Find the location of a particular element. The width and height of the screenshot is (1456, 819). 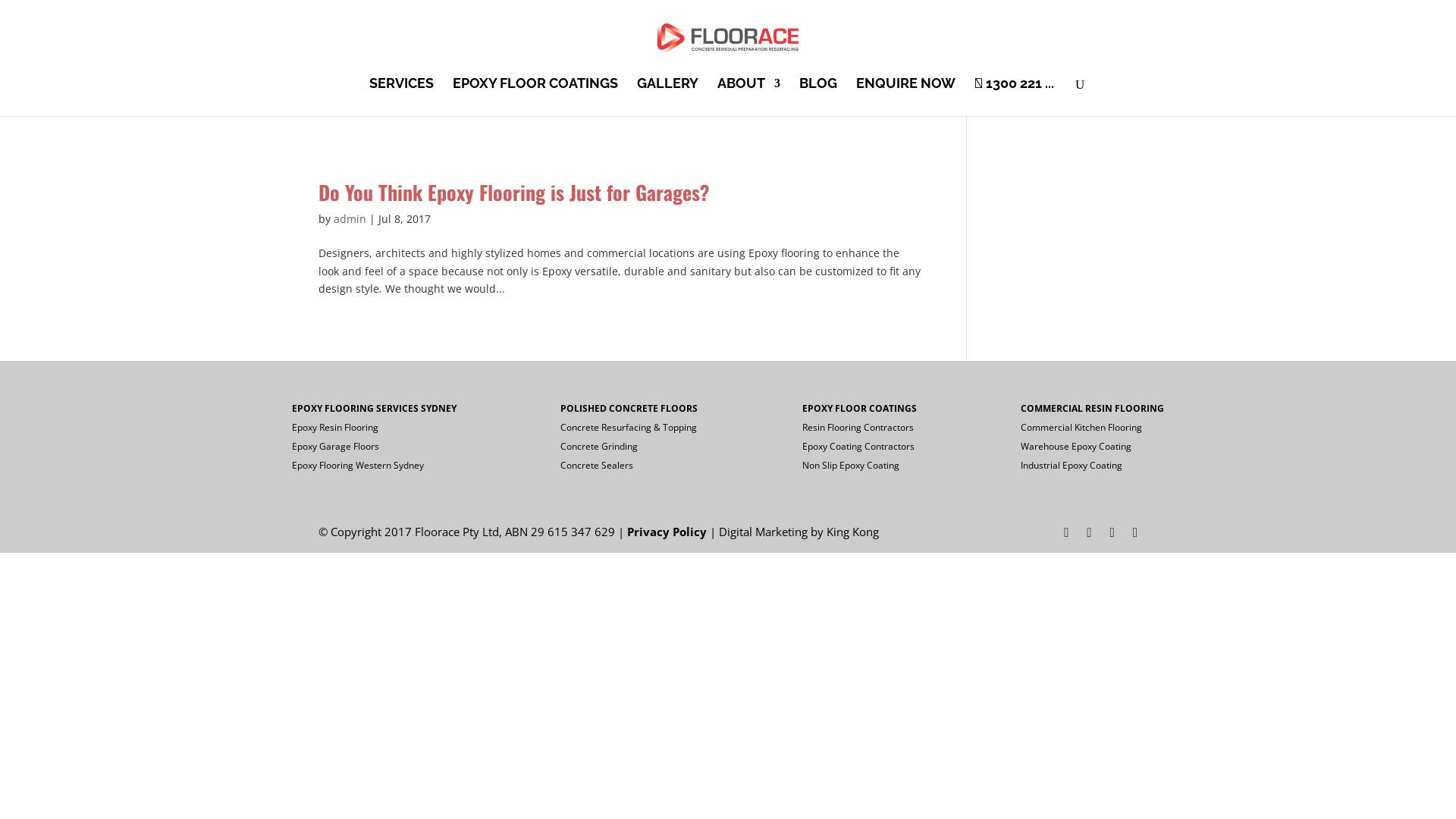

'EPOXY FLOOR COATINGS' is located at coordinates (535, 96).